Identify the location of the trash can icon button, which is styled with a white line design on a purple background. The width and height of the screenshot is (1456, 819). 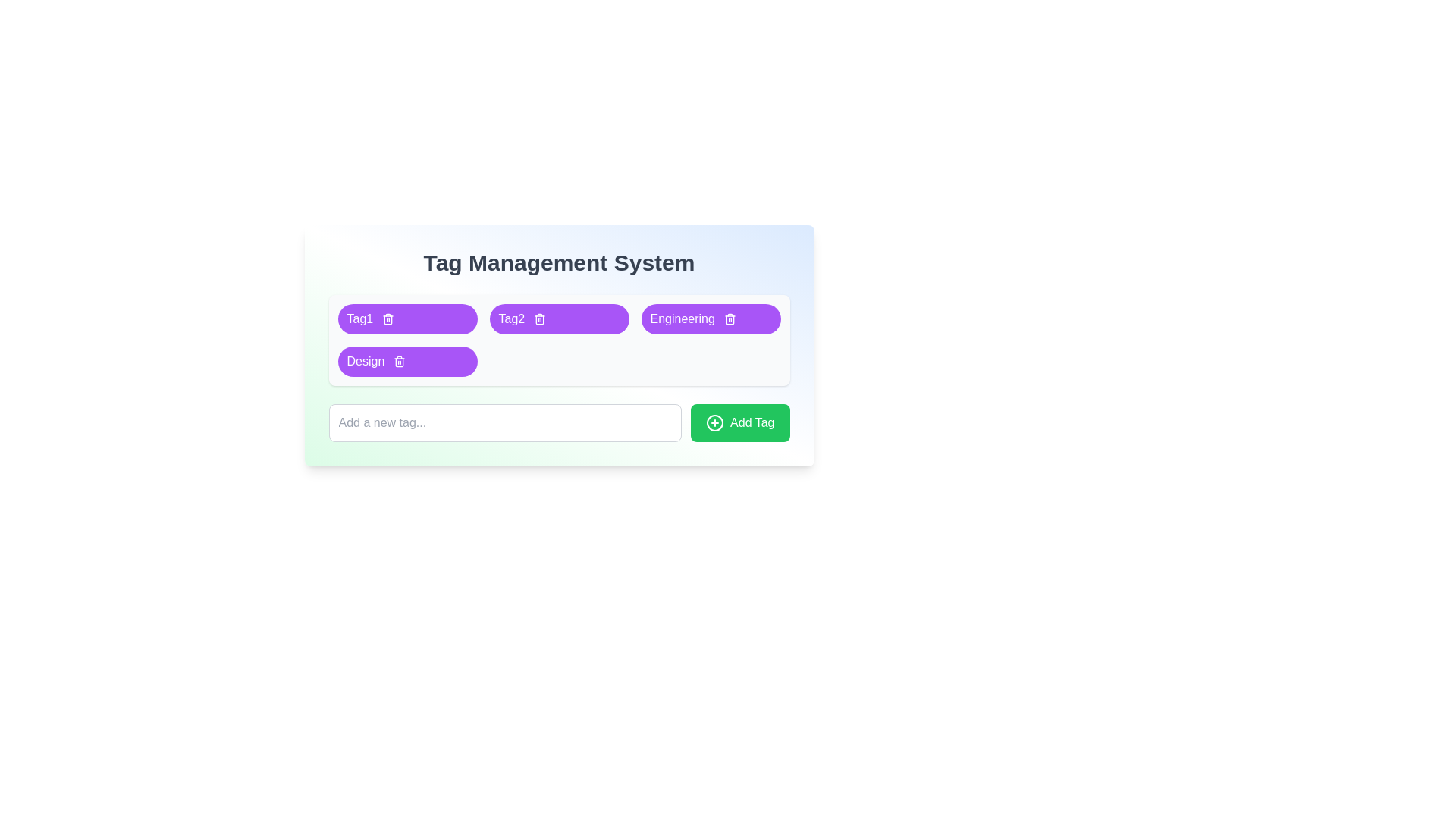
(400, 362).